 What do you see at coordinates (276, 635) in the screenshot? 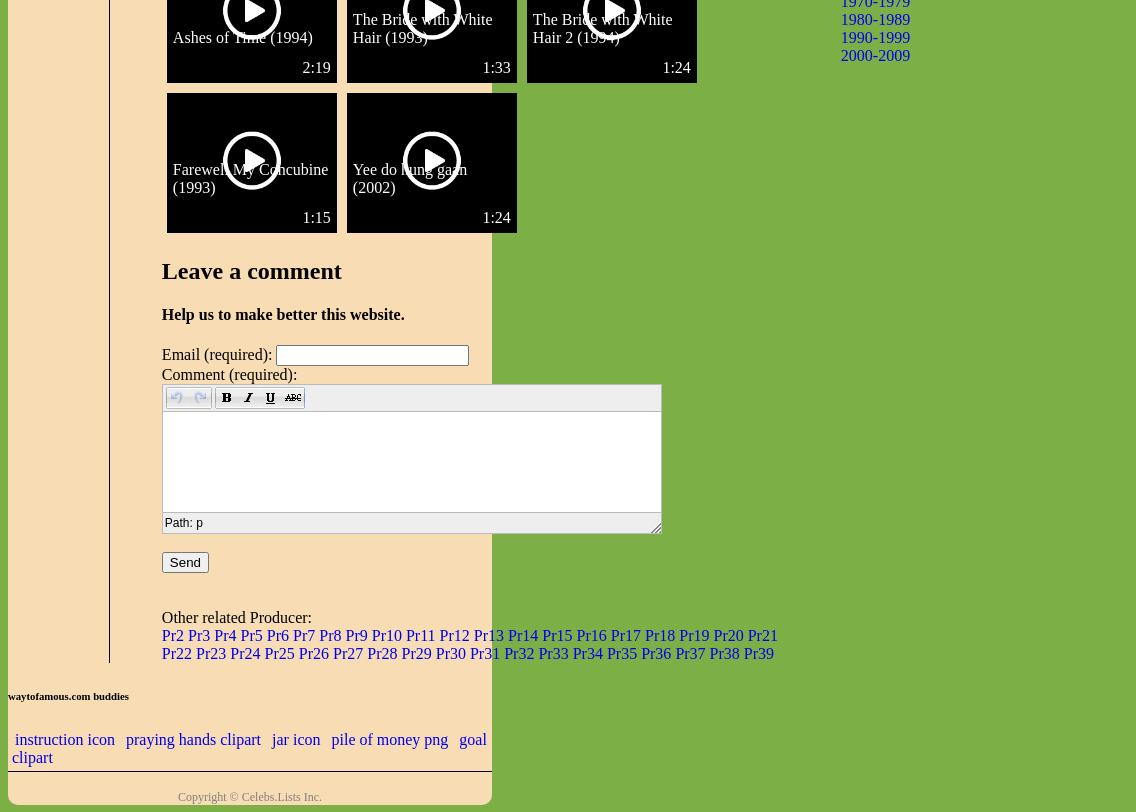
I see `'Pr6'` at bounding box center [276, 635].